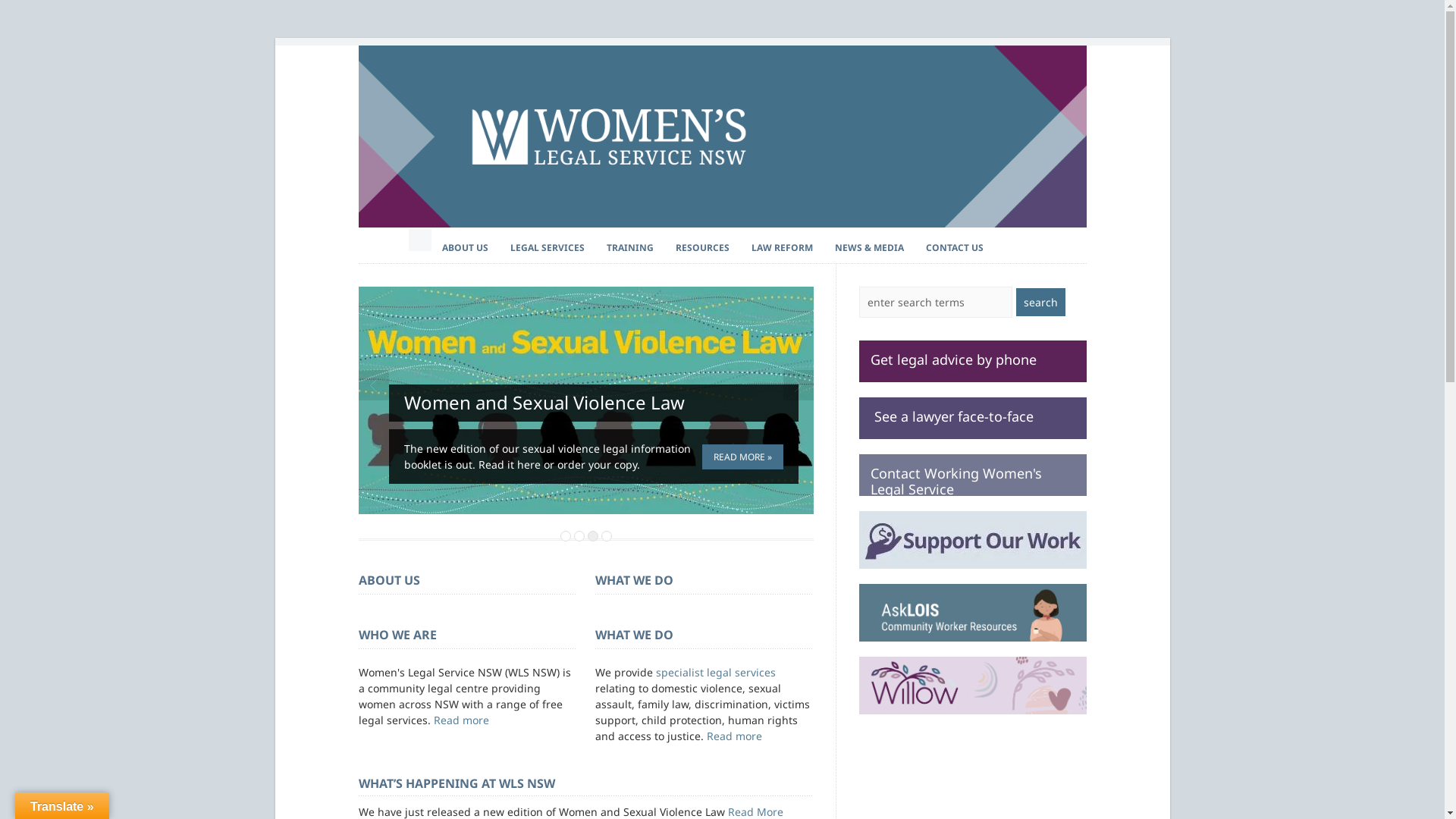 The height and width of the screenshot is (819, 1456). I want to click on 'Read more', so click(734, 735).